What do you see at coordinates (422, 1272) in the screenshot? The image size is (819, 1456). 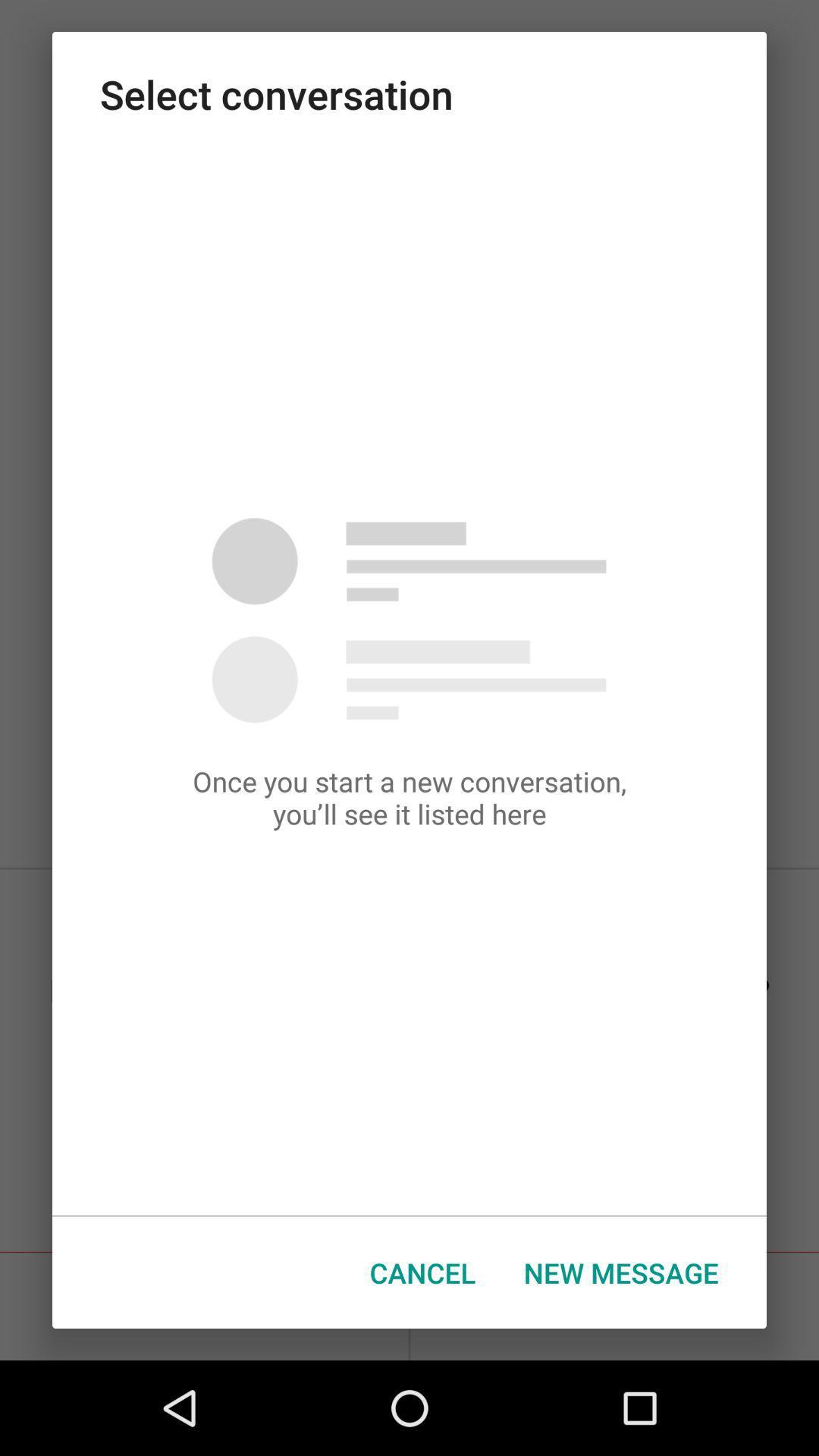 I see `cancel icon` at bounding box center [422, 1272].